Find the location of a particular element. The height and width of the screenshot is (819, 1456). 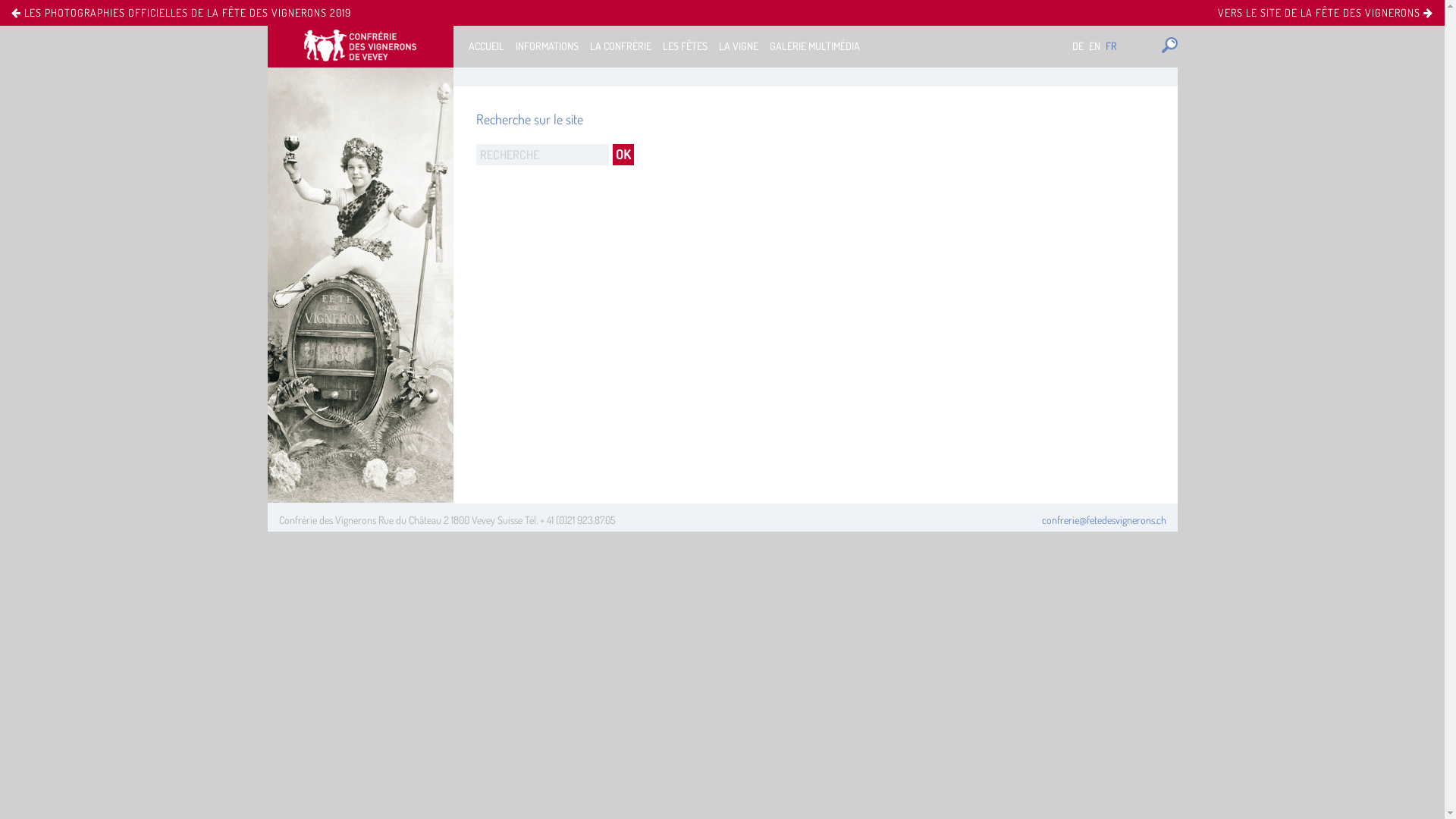

'FR' is located at coordinates (1111, 45).